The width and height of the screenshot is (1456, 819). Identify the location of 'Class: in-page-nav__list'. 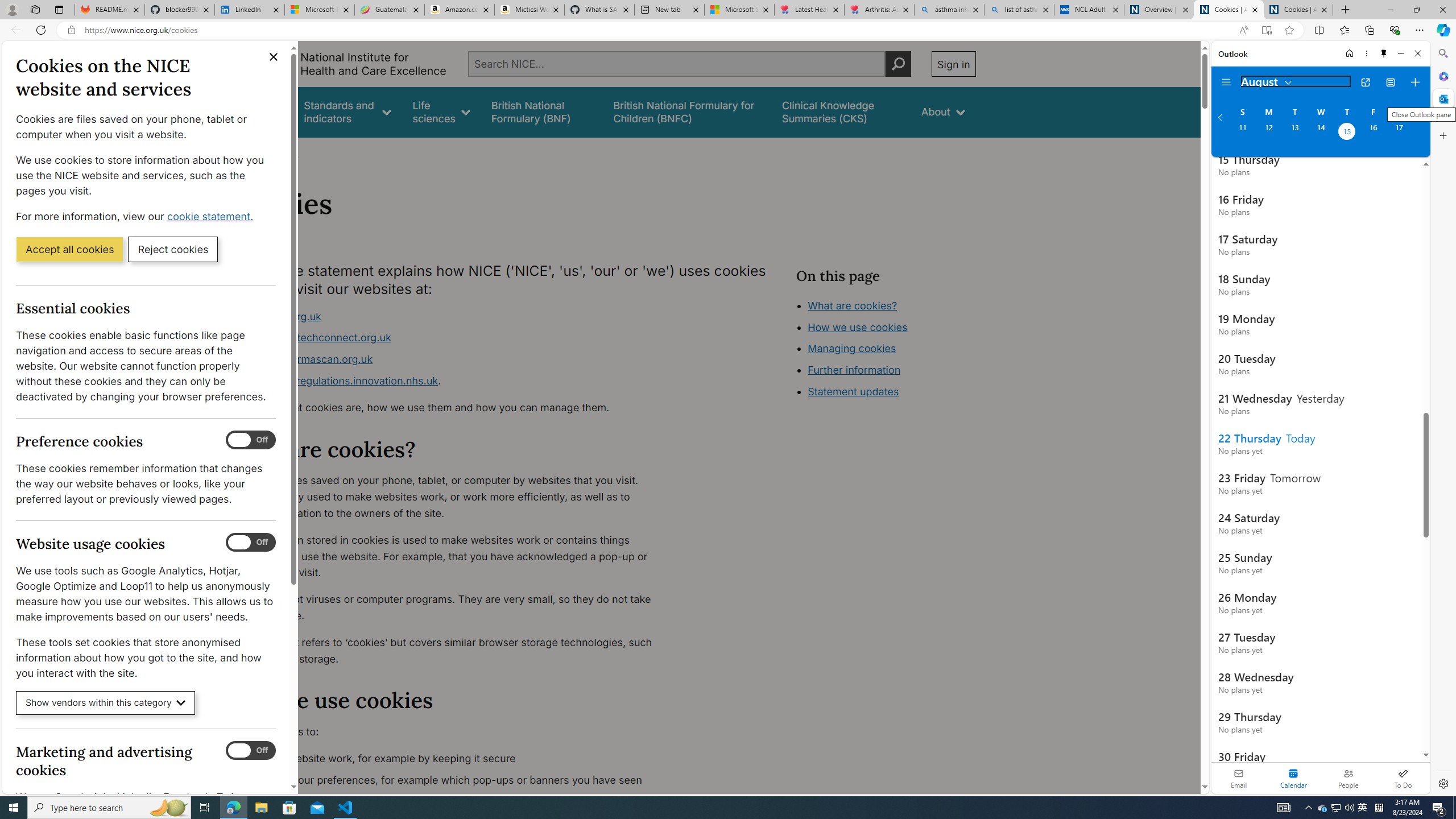
(885, 349).